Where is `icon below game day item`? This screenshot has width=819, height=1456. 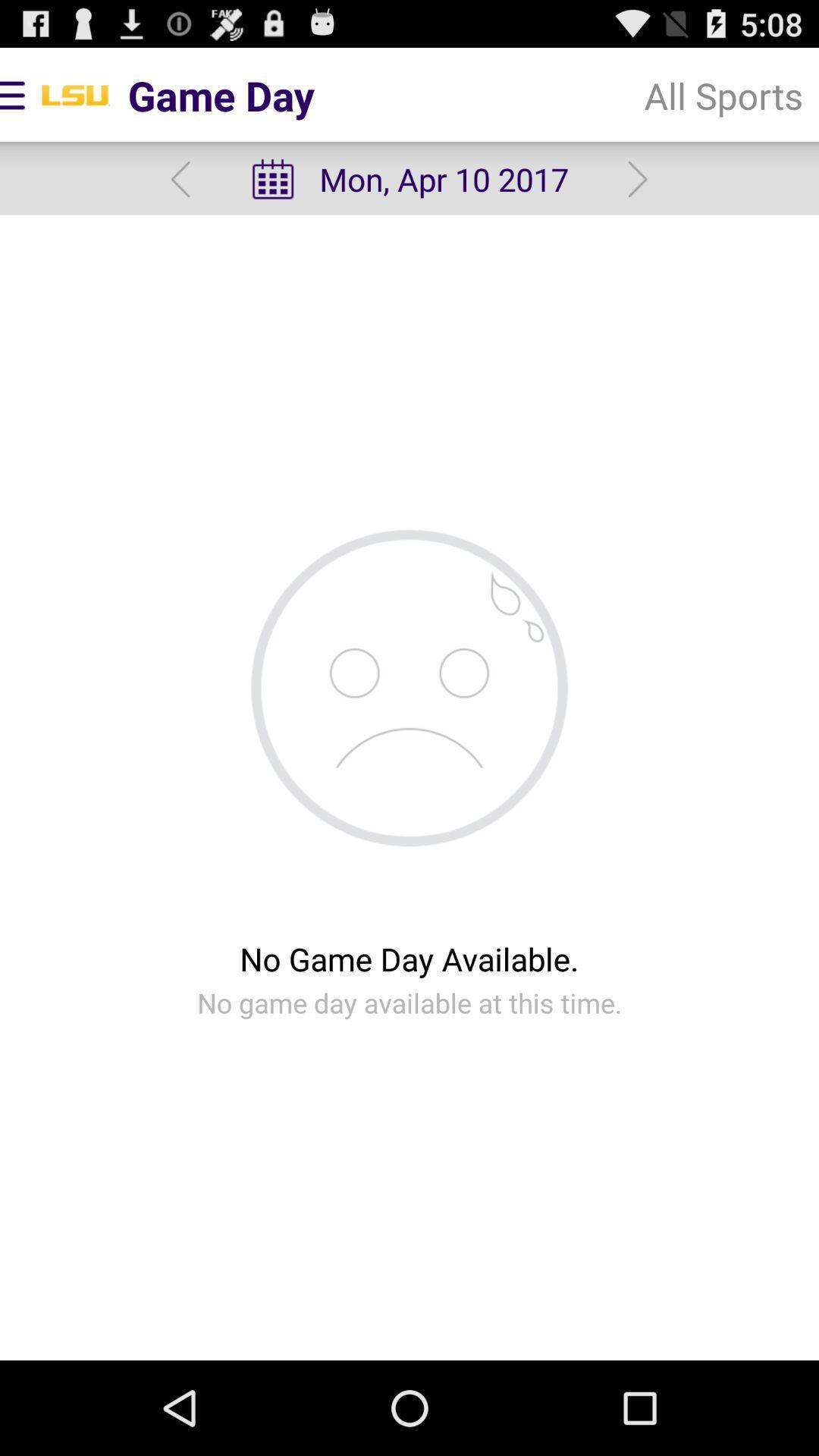
icon below game day item is located at coordinates (180, 179).